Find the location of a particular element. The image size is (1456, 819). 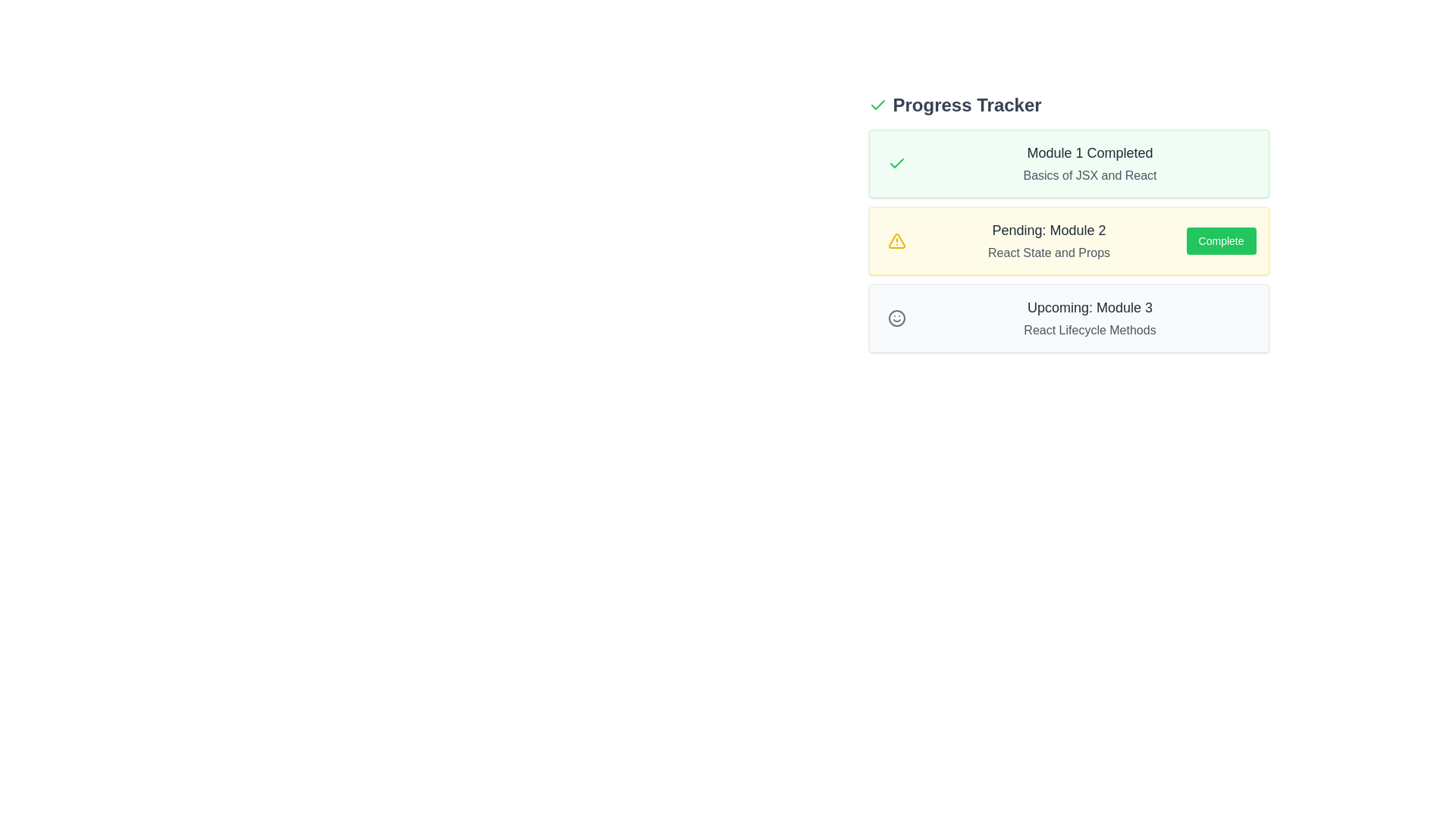

the green checkmark icon located in the top-left segment of the 'Module 1 Completed' progress card in the progress tracker is located at coordinates (896, 164).